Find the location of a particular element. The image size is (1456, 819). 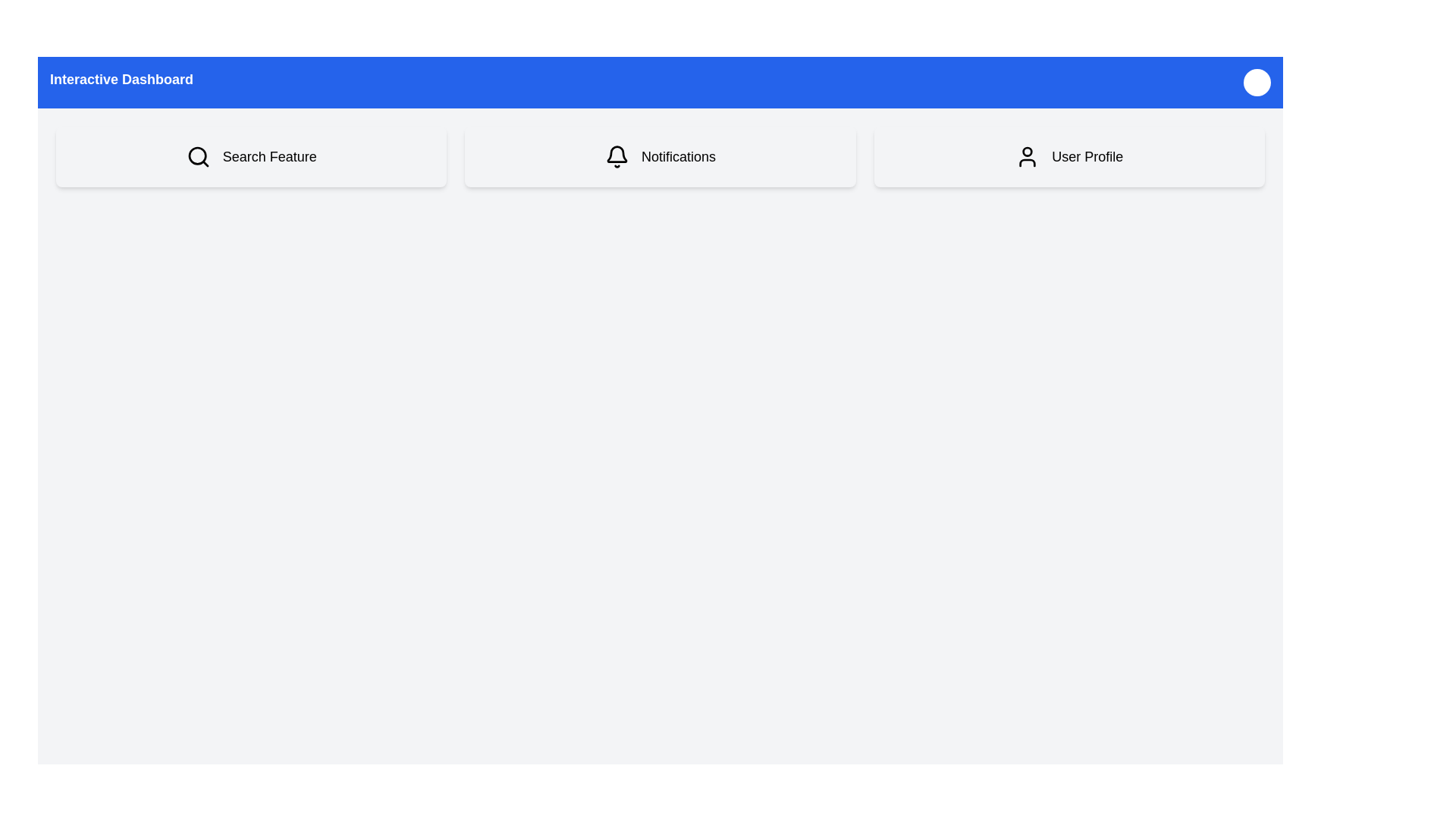

the notifications section by clicking on the bell-shaped SVG icon within the Notifications card, which is the second option below the blue navigation bar is located at coordinates (617, 154).